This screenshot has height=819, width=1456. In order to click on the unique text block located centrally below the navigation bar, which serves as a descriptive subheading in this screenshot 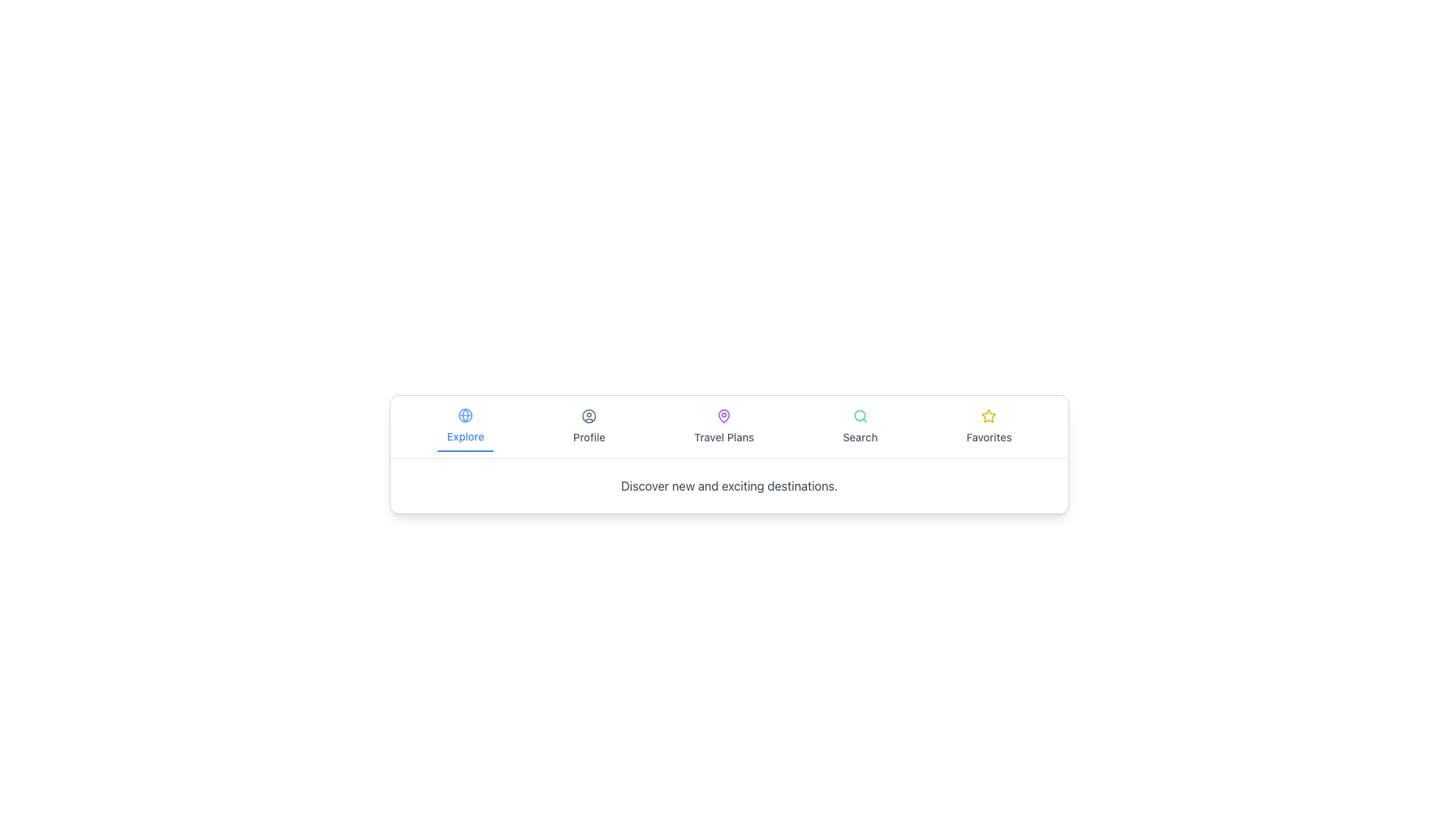, I will do `click(729, 485)`.